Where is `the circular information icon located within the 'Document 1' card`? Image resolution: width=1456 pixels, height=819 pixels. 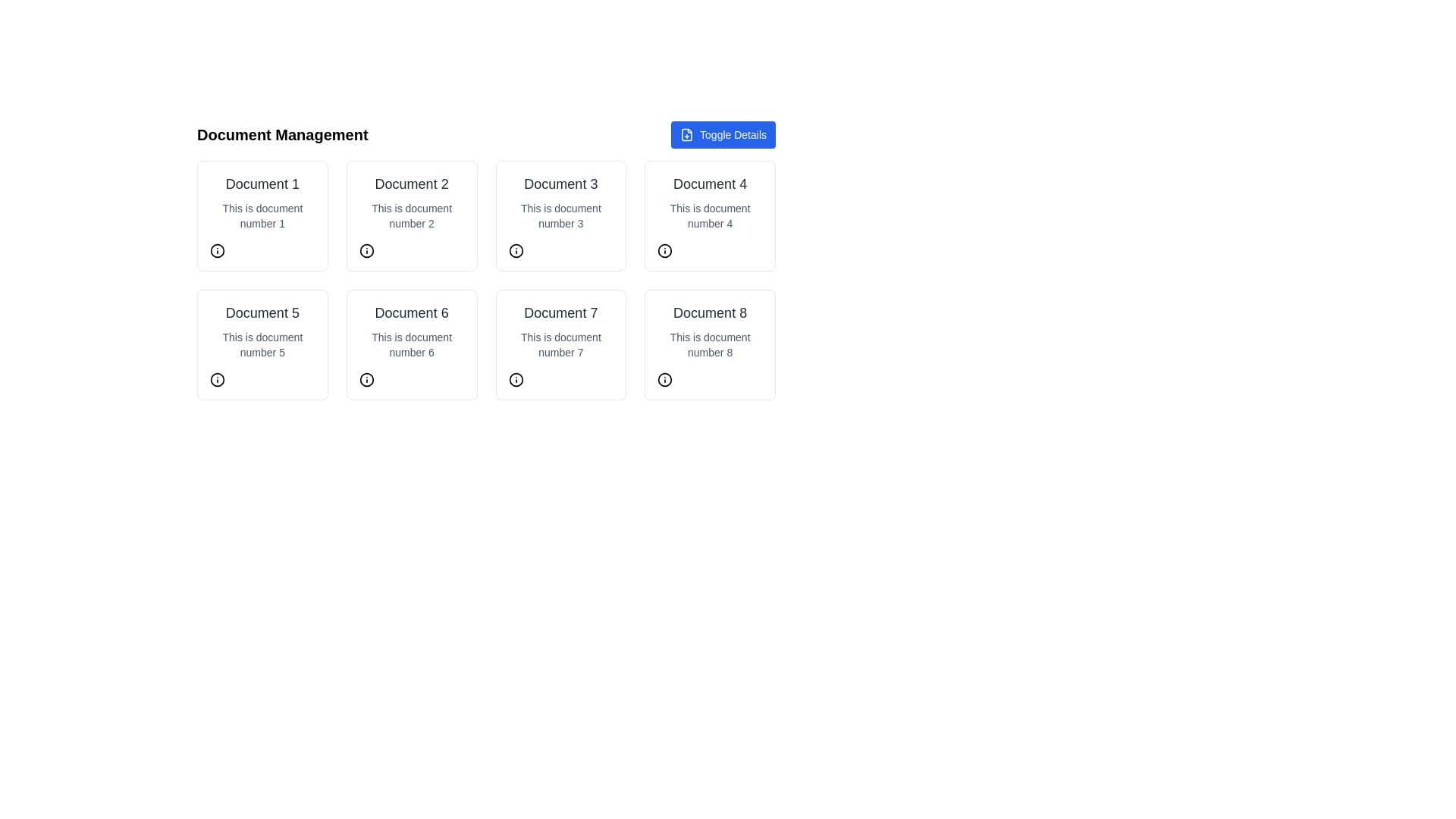 the circular information icon located within the 'Document 1' card is located at coordinates (217, 250).